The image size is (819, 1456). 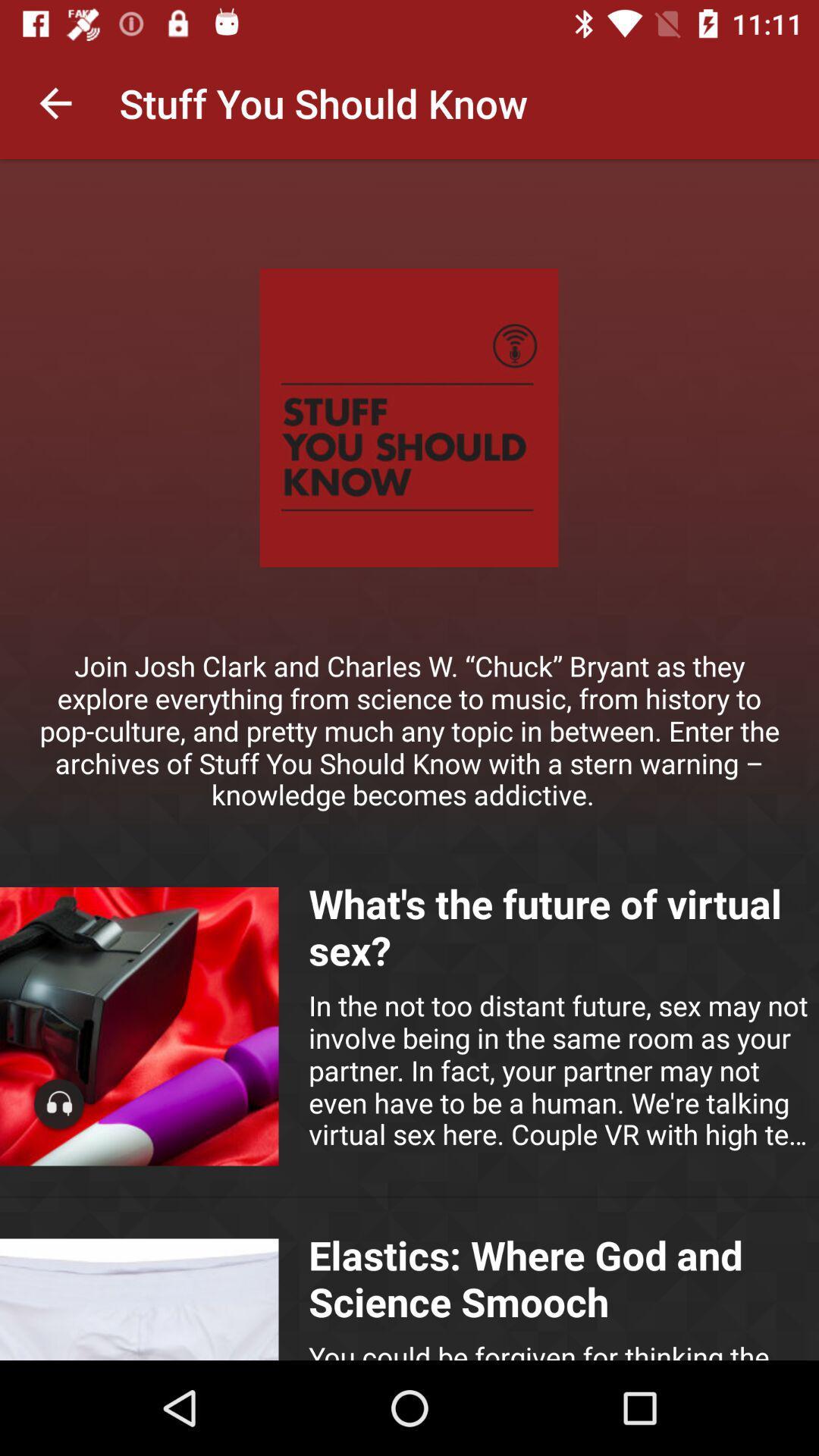 I want to click on image from article, so click(x=139, y=1298).